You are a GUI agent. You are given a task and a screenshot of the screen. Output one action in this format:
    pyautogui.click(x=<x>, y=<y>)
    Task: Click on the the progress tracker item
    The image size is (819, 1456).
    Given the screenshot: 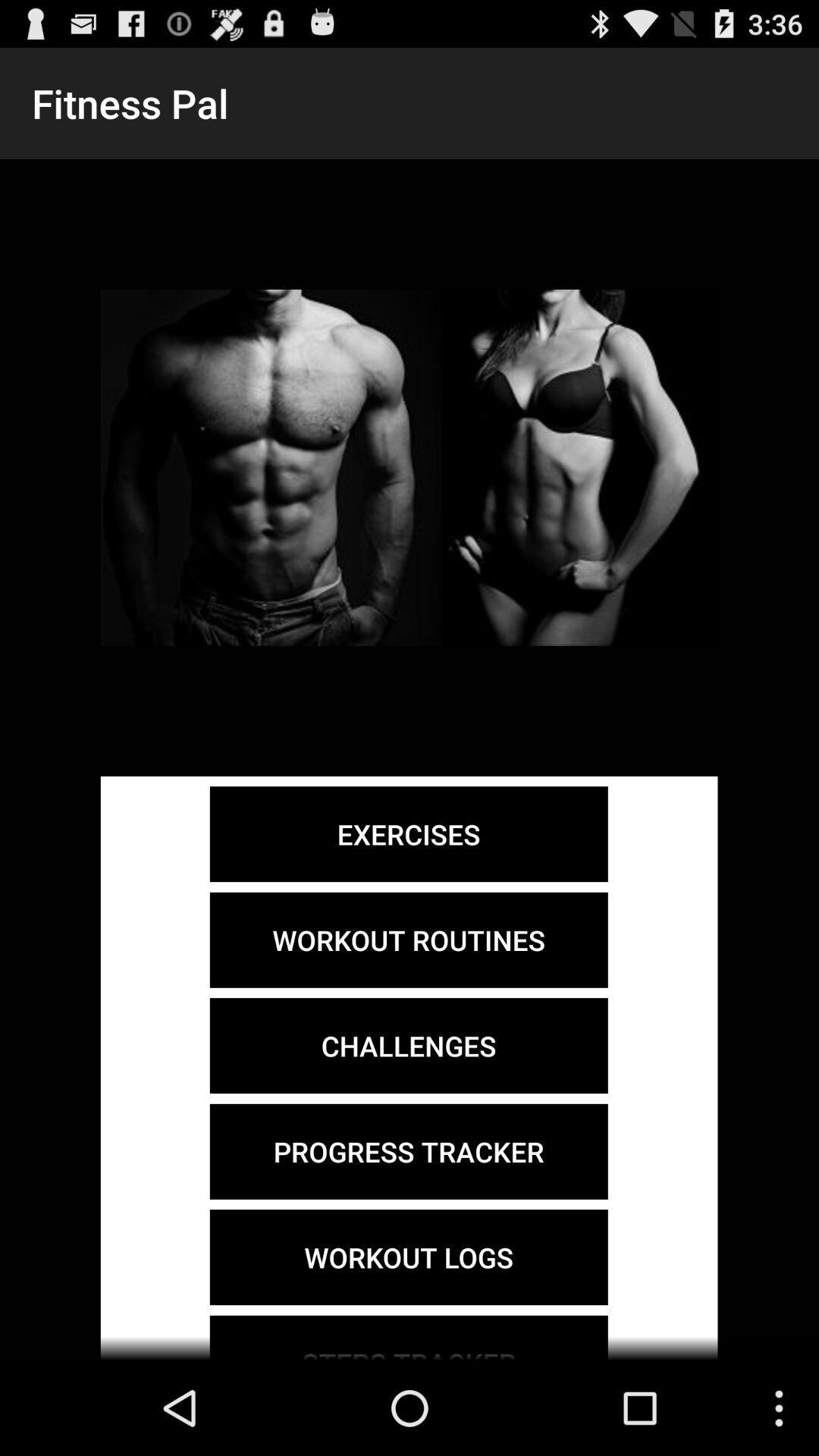 What is the action you would take?
    pyautogui.click(x=408, y=1151)
    